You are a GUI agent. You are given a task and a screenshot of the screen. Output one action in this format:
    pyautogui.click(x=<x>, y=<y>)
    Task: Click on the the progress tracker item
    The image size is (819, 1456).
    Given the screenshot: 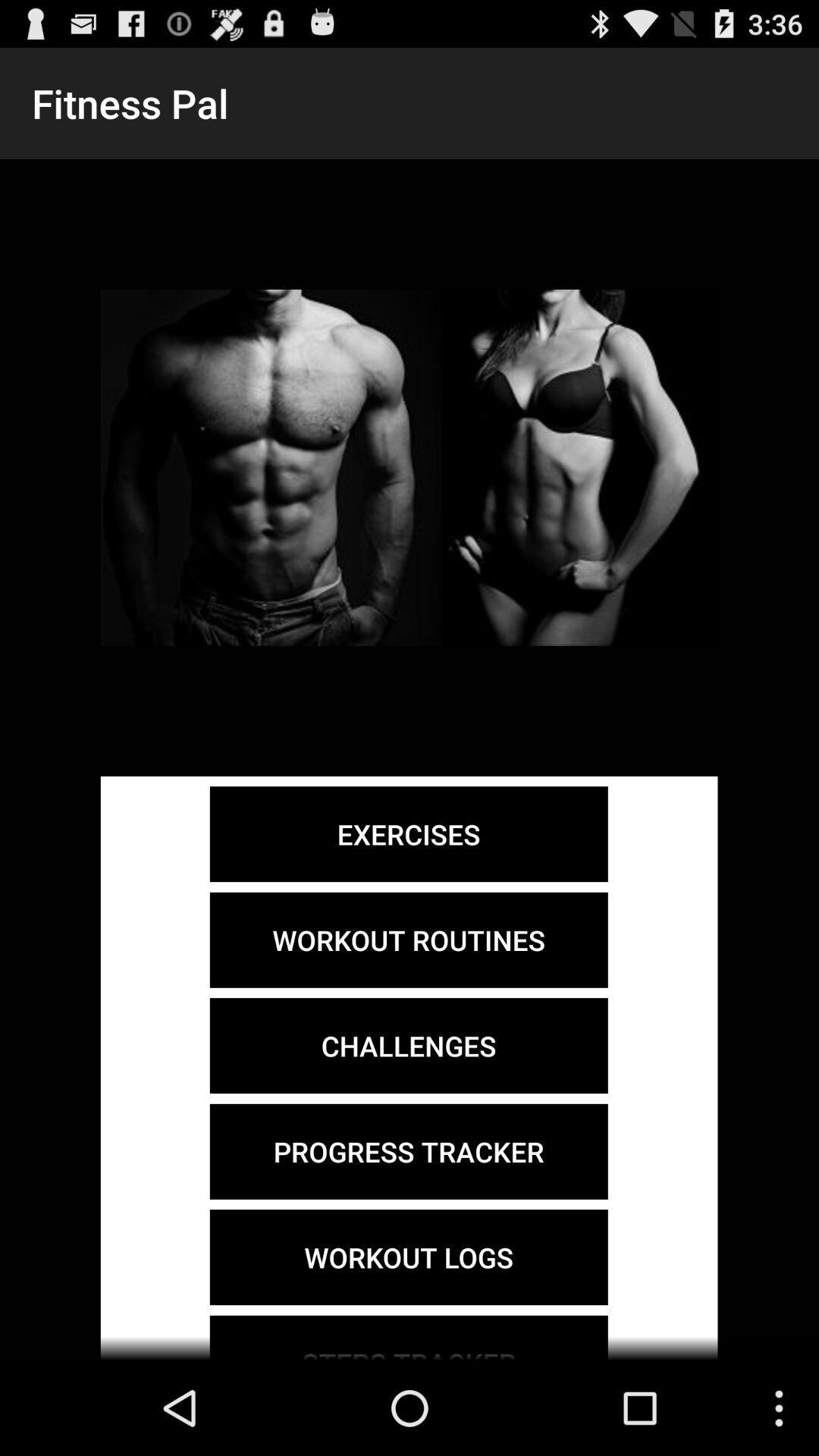 What is the action you would take?
    pyautogui.click(x=408, y=1151)
    